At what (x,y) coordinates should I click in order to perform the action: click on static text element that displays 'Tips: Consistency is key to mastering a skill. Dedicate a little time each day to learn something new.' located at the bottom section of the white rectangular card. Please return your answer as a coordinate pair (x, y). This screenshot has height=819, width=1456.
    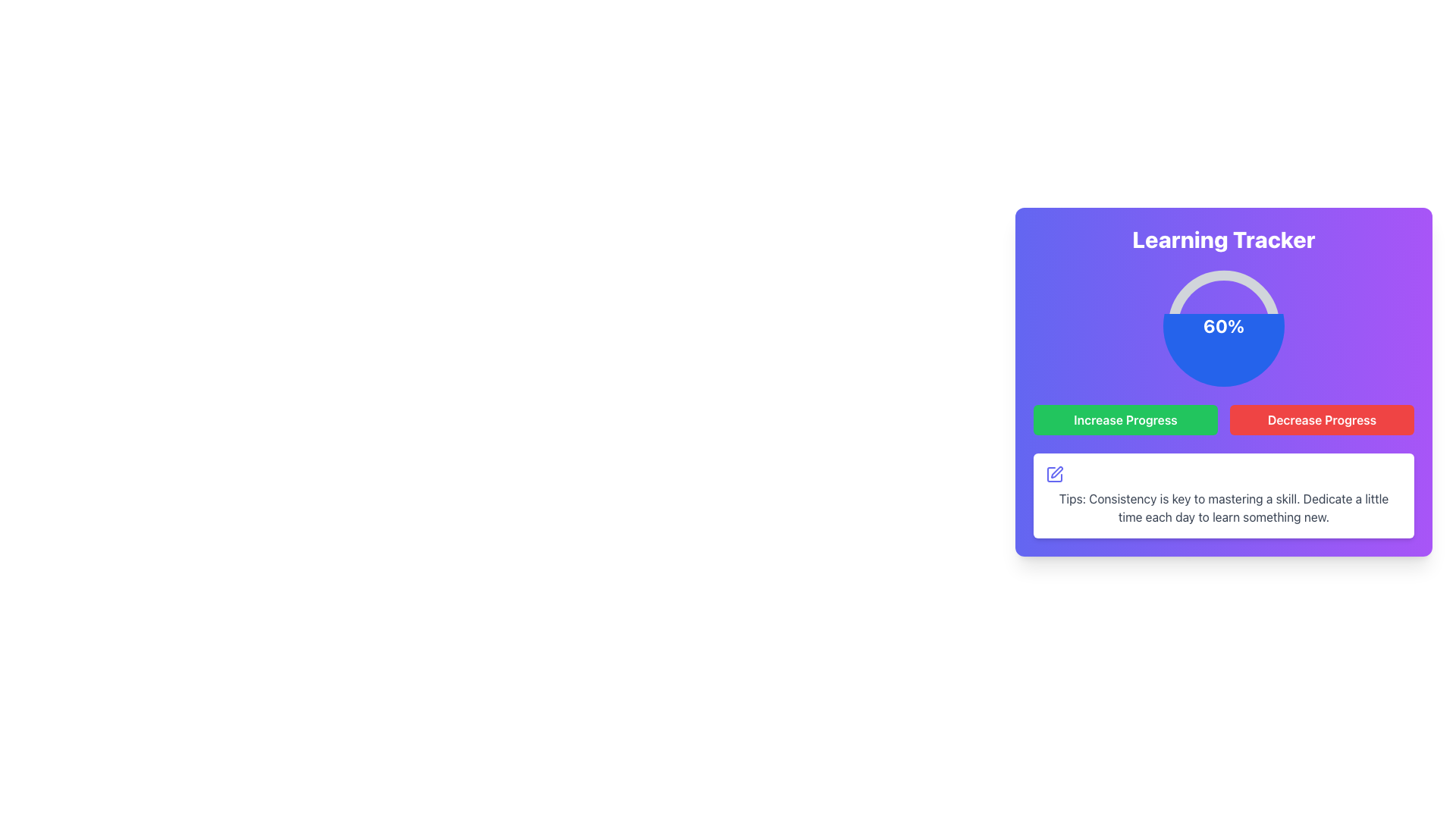
    Looking at the image, I should click on (1223, 508).